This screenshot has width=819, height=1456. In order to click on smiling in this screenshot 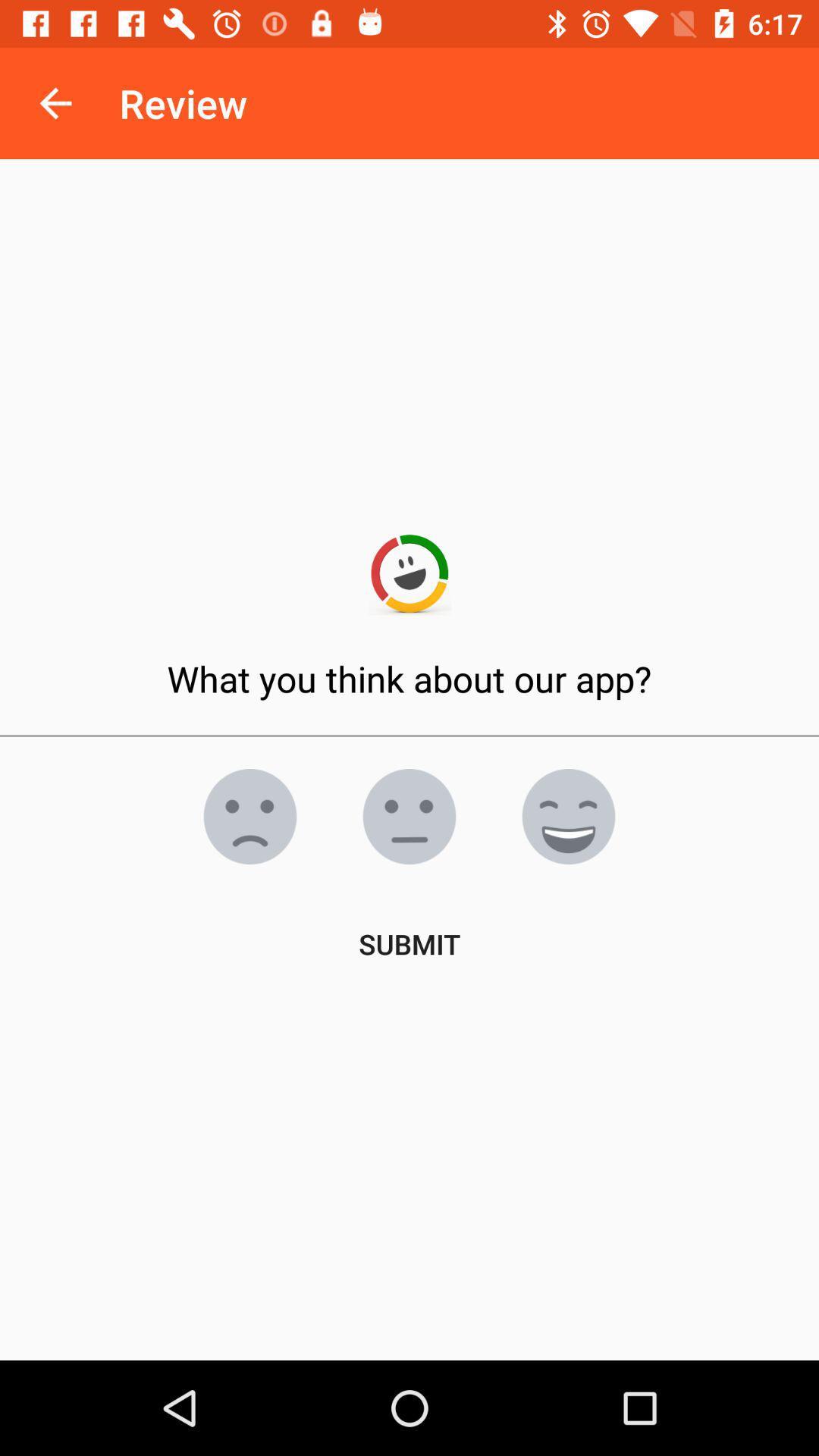, I will do `click(568, 815)`.